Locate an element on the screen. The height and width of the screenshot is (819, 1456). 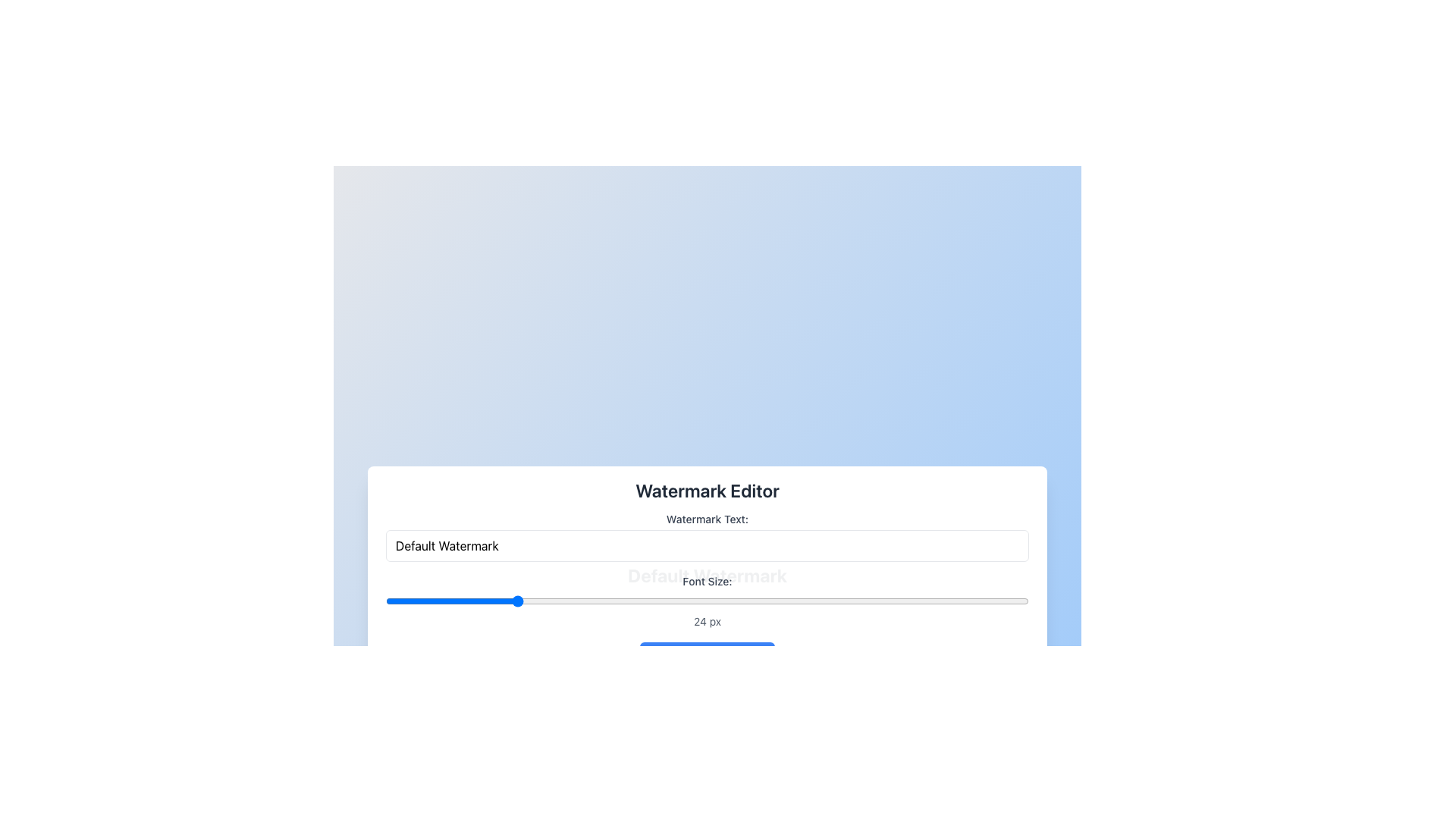
the Text Label that indicates the purpose of the watermark settings area, located at the top of the white card-like box containing the customization settings is located at coordinates (706, 491).